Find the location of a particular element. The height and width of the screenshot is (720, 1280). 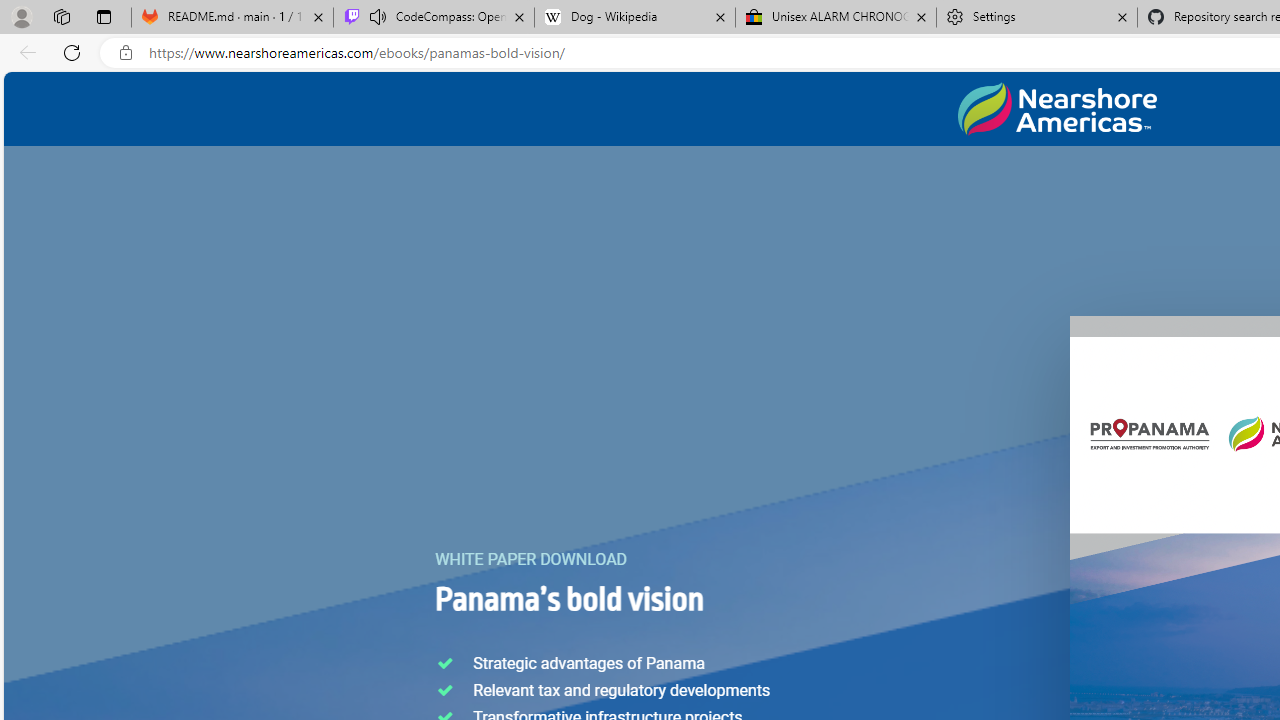

'Mute tab' is located at coordinates (378, 16).